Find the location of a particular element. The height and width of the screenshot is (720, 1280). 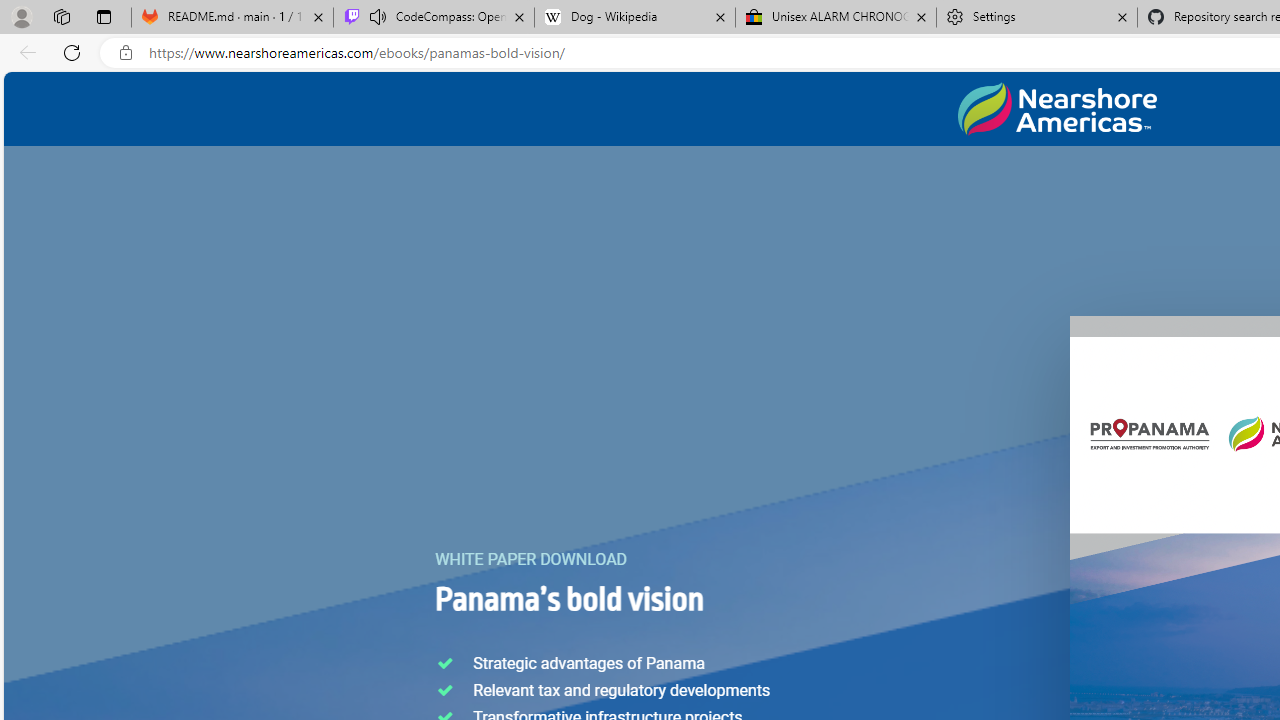

'Mute tab' is located at coordinates (378, 16).